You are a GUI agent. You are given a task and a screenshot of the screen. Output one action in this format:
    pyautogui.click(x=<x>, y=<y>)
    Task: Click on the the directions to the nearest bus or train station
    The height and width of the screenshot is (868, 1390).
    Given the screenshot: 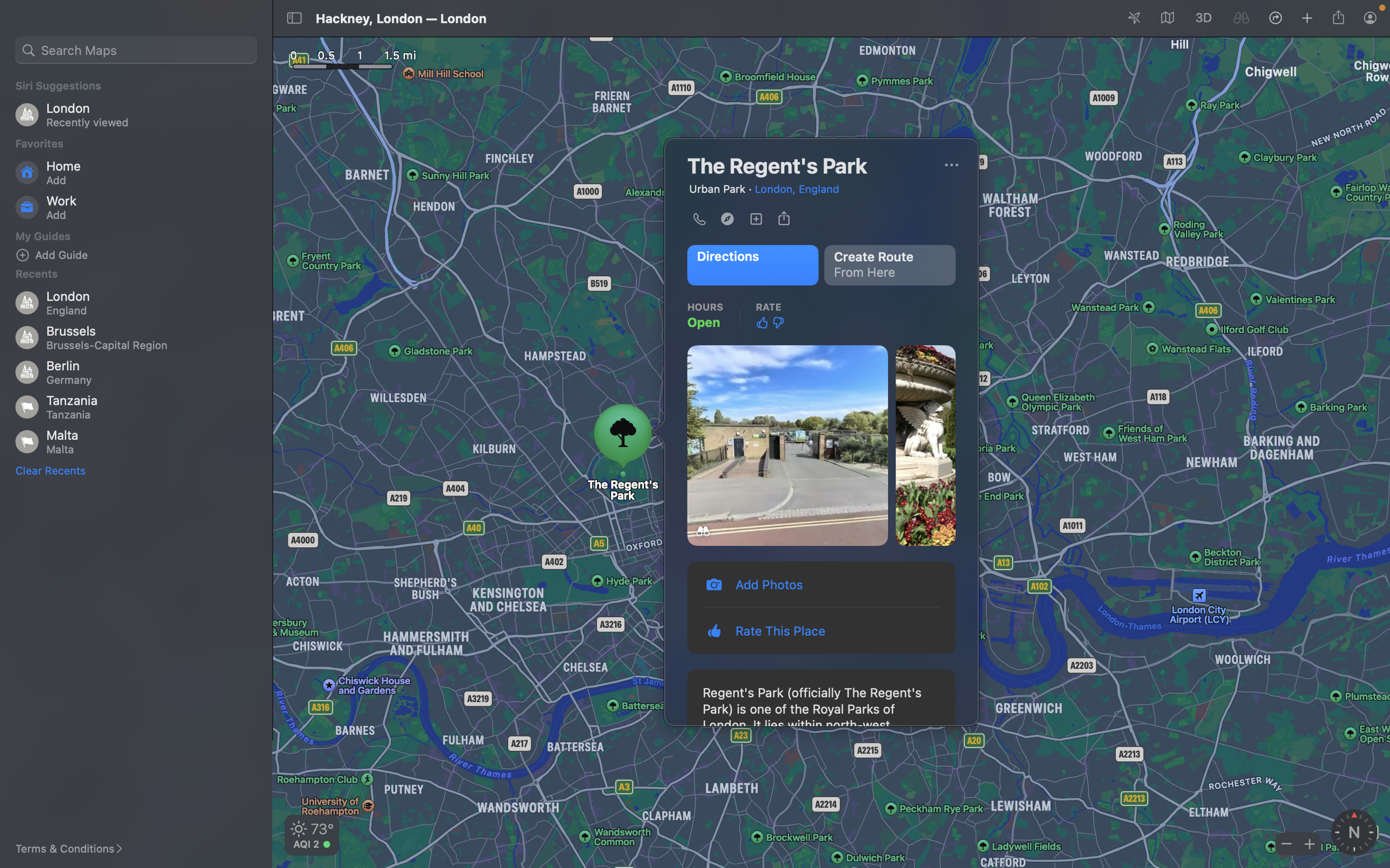 What is the action you would take?
    pyautogui.click(x=751, y=265)
    